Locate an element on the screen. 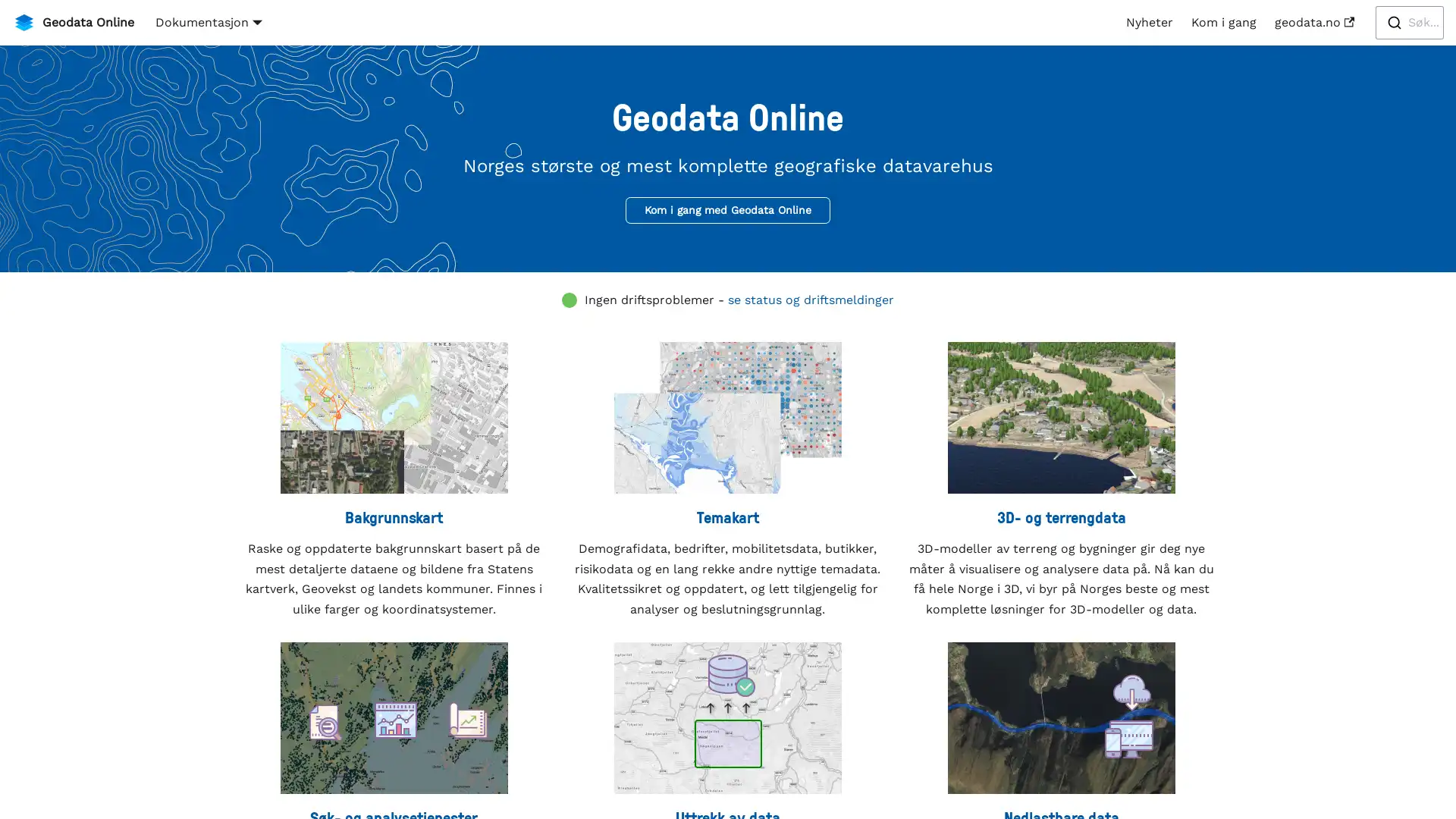  Sk... is located at coordinates (1408, 23).